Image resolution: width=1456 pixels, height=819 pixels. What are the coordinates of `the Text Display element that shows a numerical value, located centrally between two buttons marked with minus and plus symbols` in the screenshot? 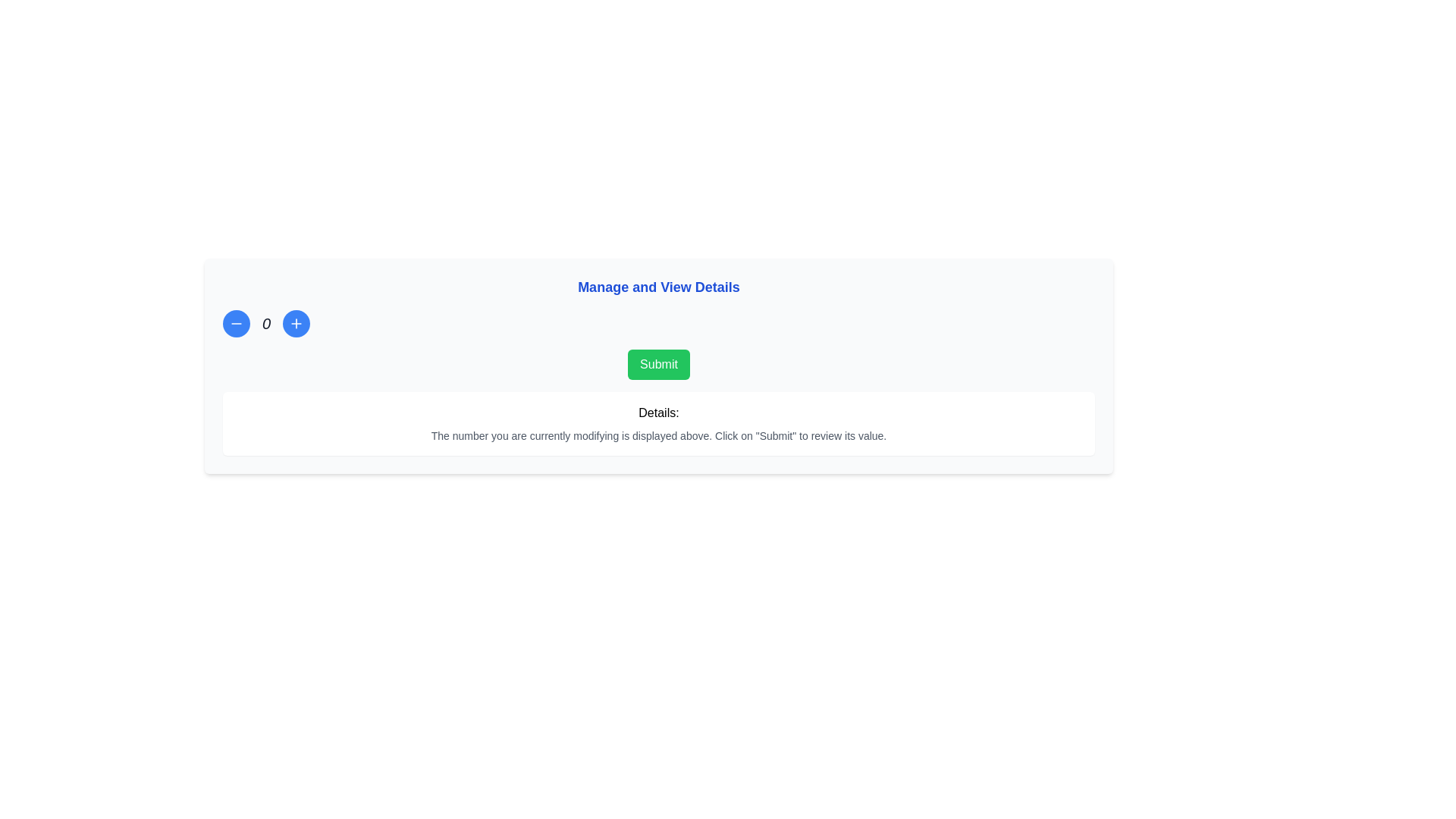 It's located at (266, 323).